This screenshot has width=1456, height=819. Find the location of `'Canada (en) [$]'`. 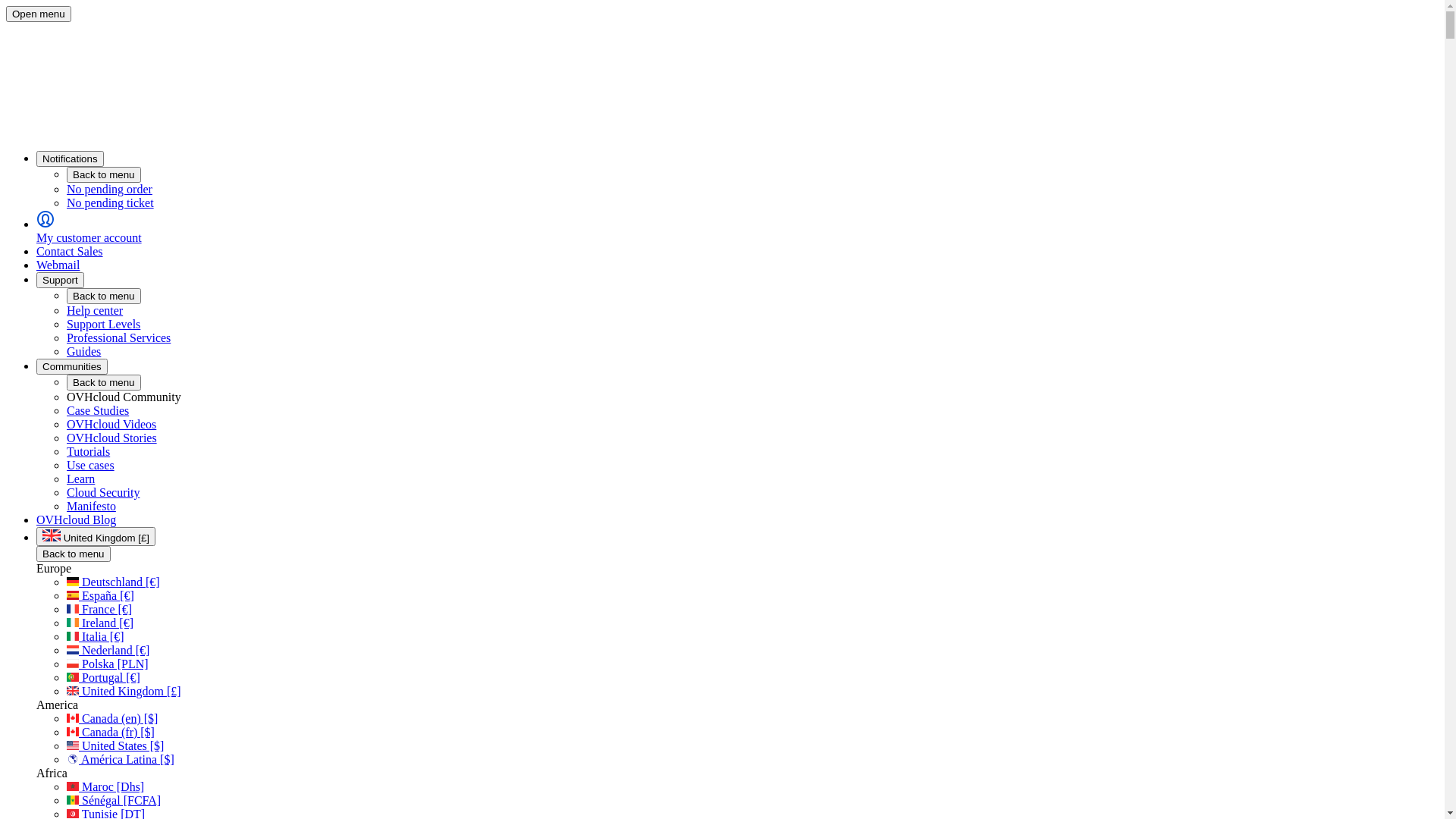

'Canada (en) [$]' is located at coordinates (111, 717).